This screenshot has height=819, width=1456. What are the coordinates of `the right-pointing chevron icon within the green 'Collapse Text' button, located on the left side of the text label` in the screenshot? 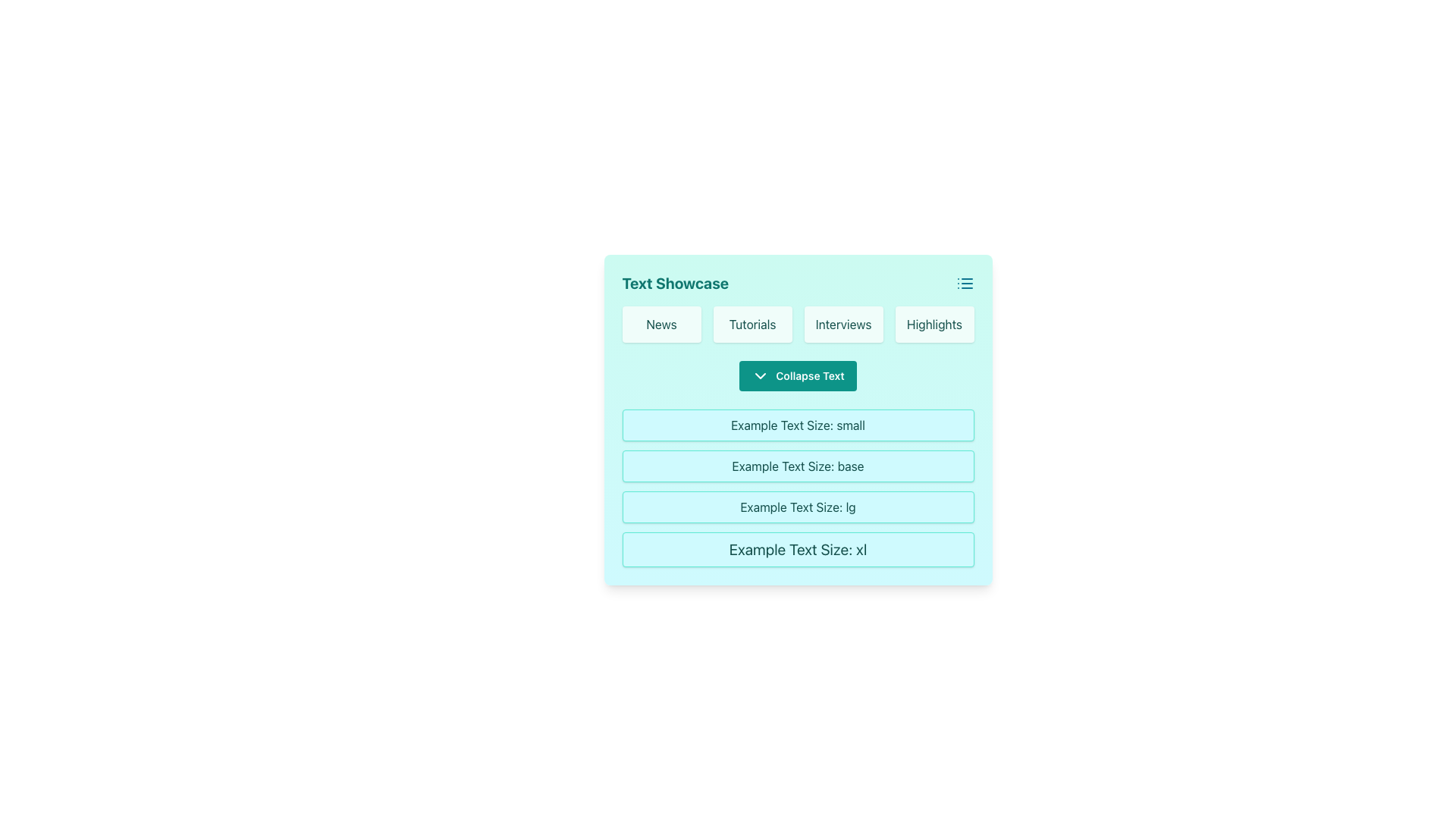 It's located at (761, 375).